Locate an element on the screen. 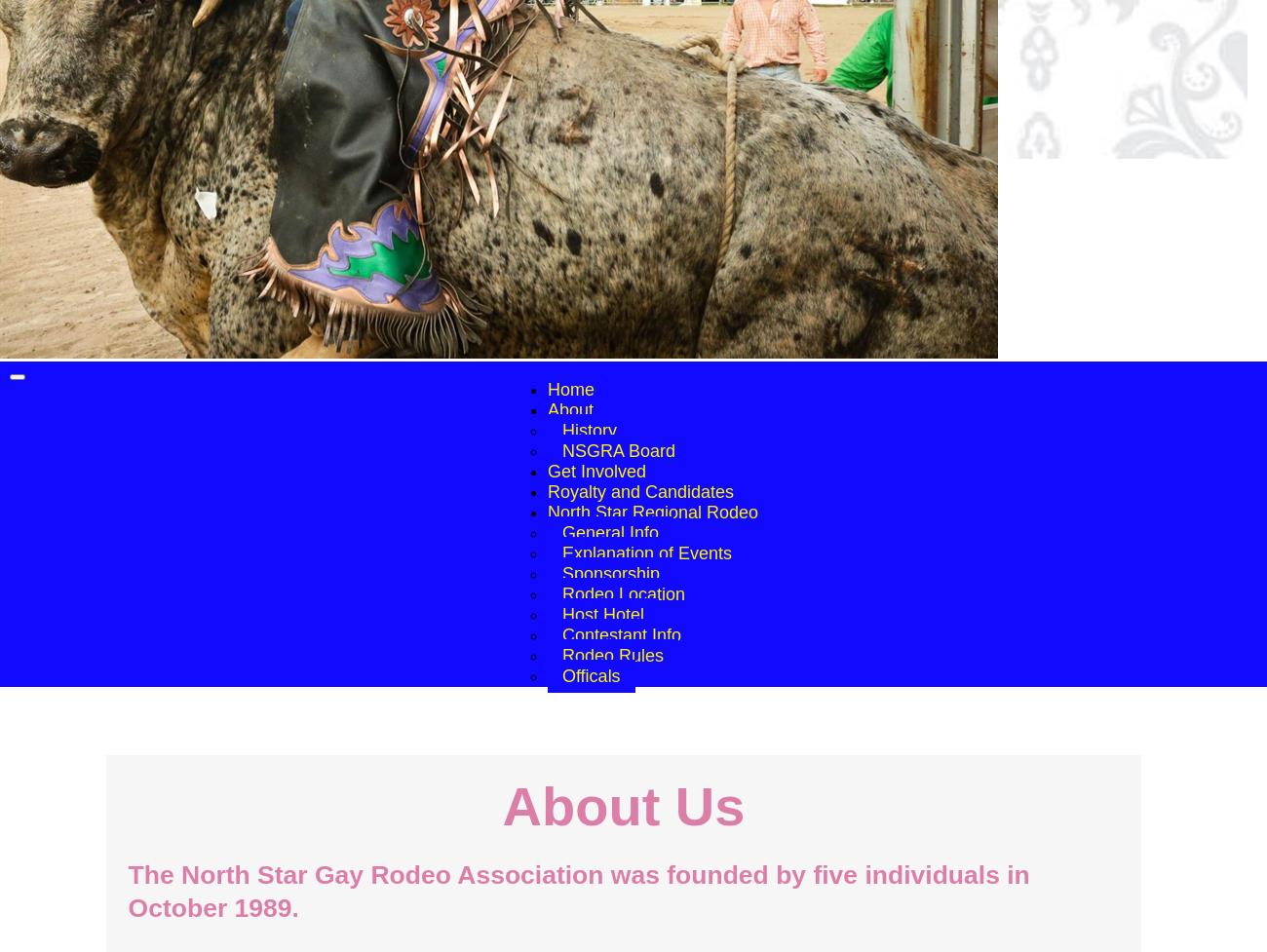 This screenshot has height=952, width=1267. 'Sponsorship' is located at coordinates (610, 573).